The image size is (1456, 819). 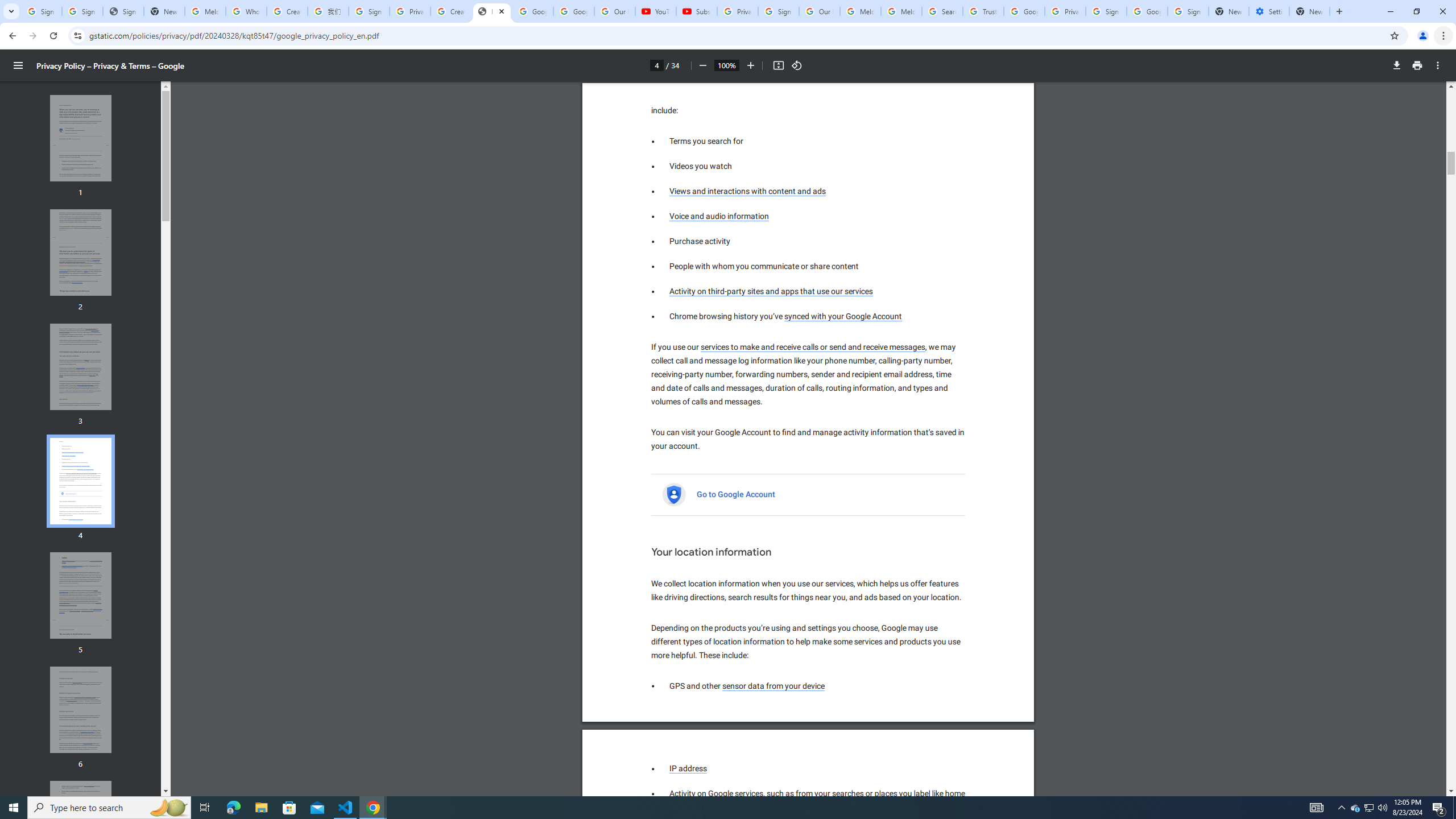 What do you see at coordinates (450, 11) in the screenshot?
I see `'Create your Google Account'` at bounding box center [450, 11].